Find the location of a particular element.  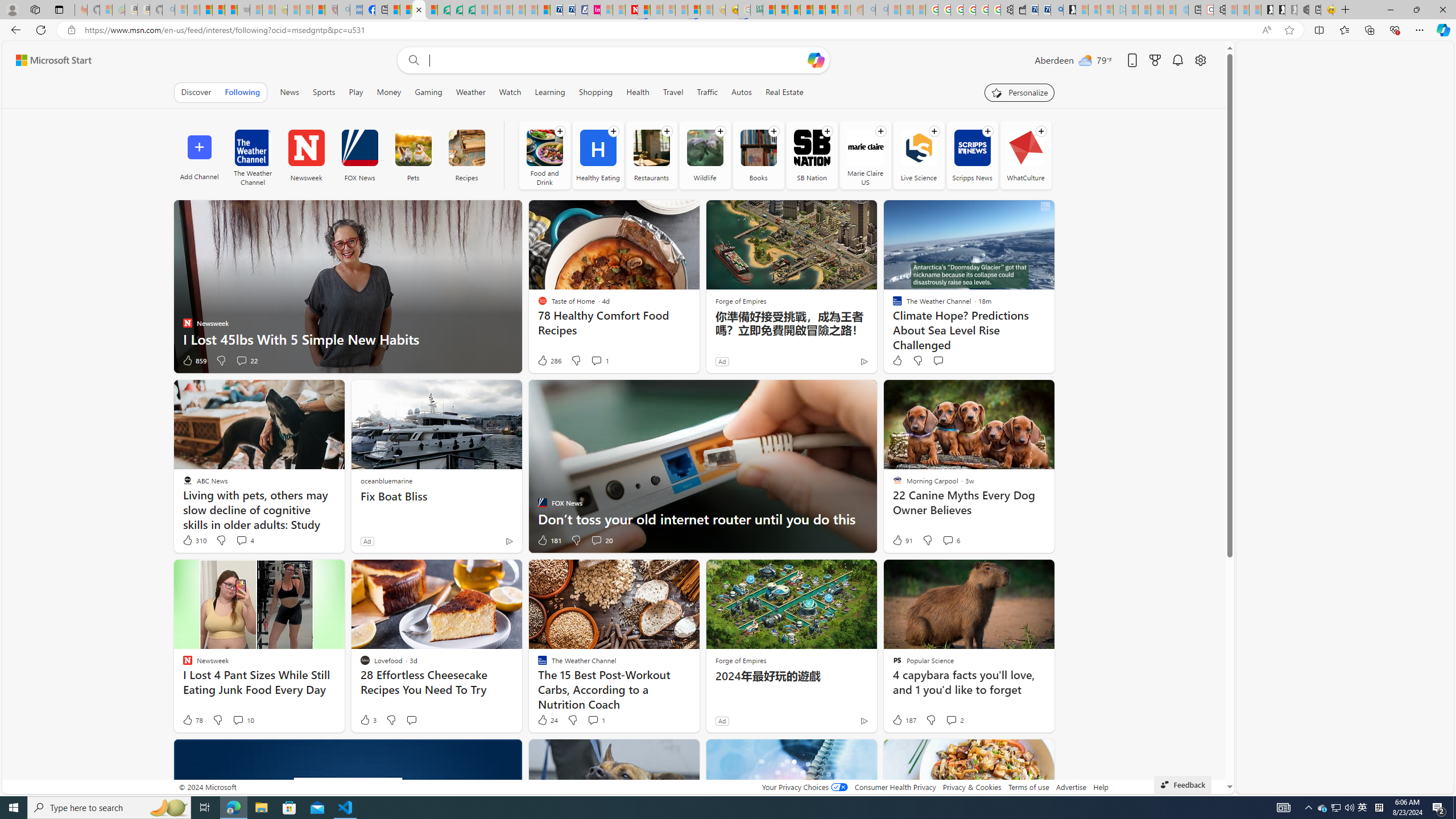

'91 Like' is located at coordinates (901, 540).